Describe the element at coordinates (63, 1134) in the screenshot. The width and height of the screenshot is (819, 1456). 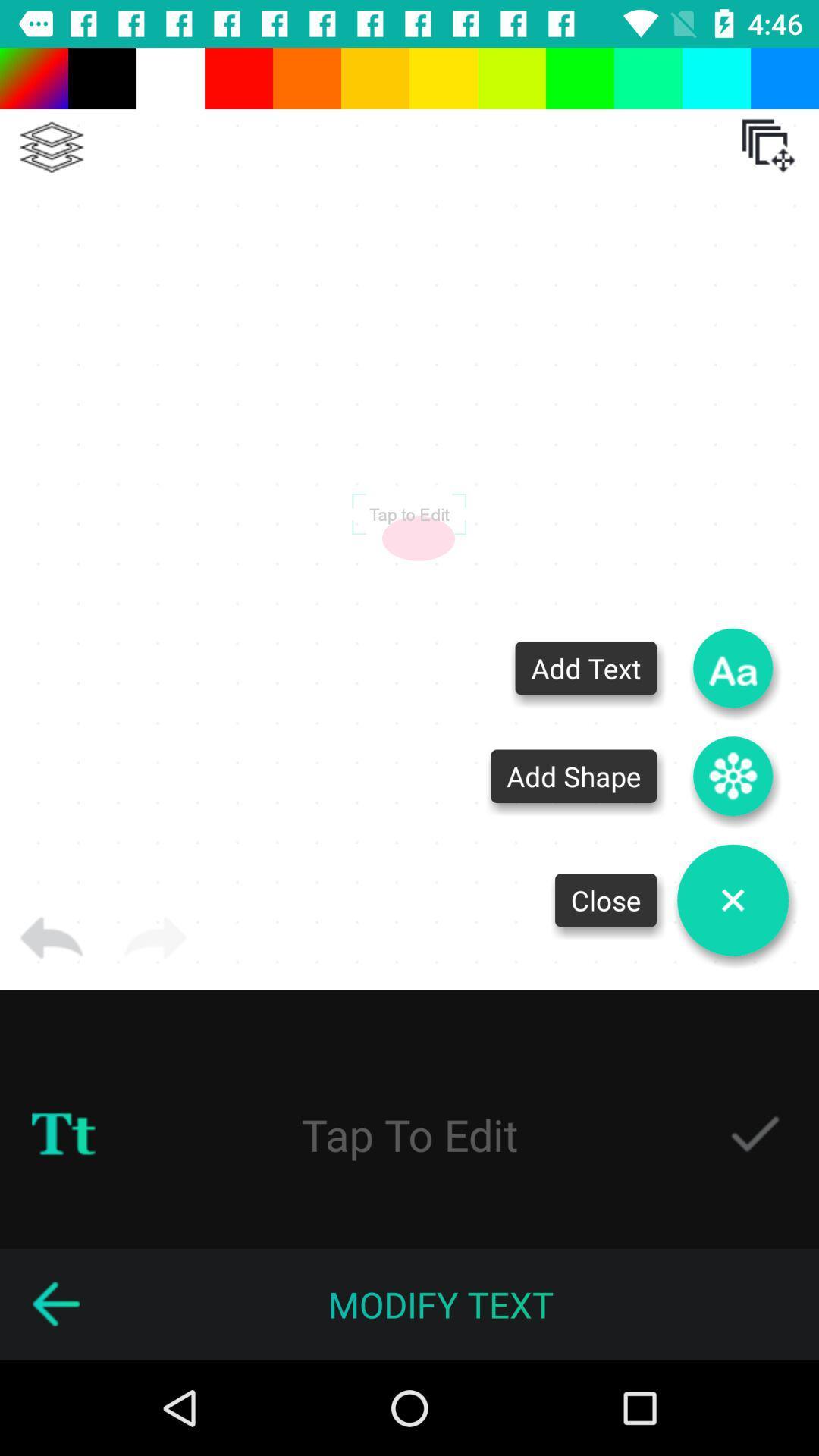
I see `change to uppercase or lowercase` at that location.